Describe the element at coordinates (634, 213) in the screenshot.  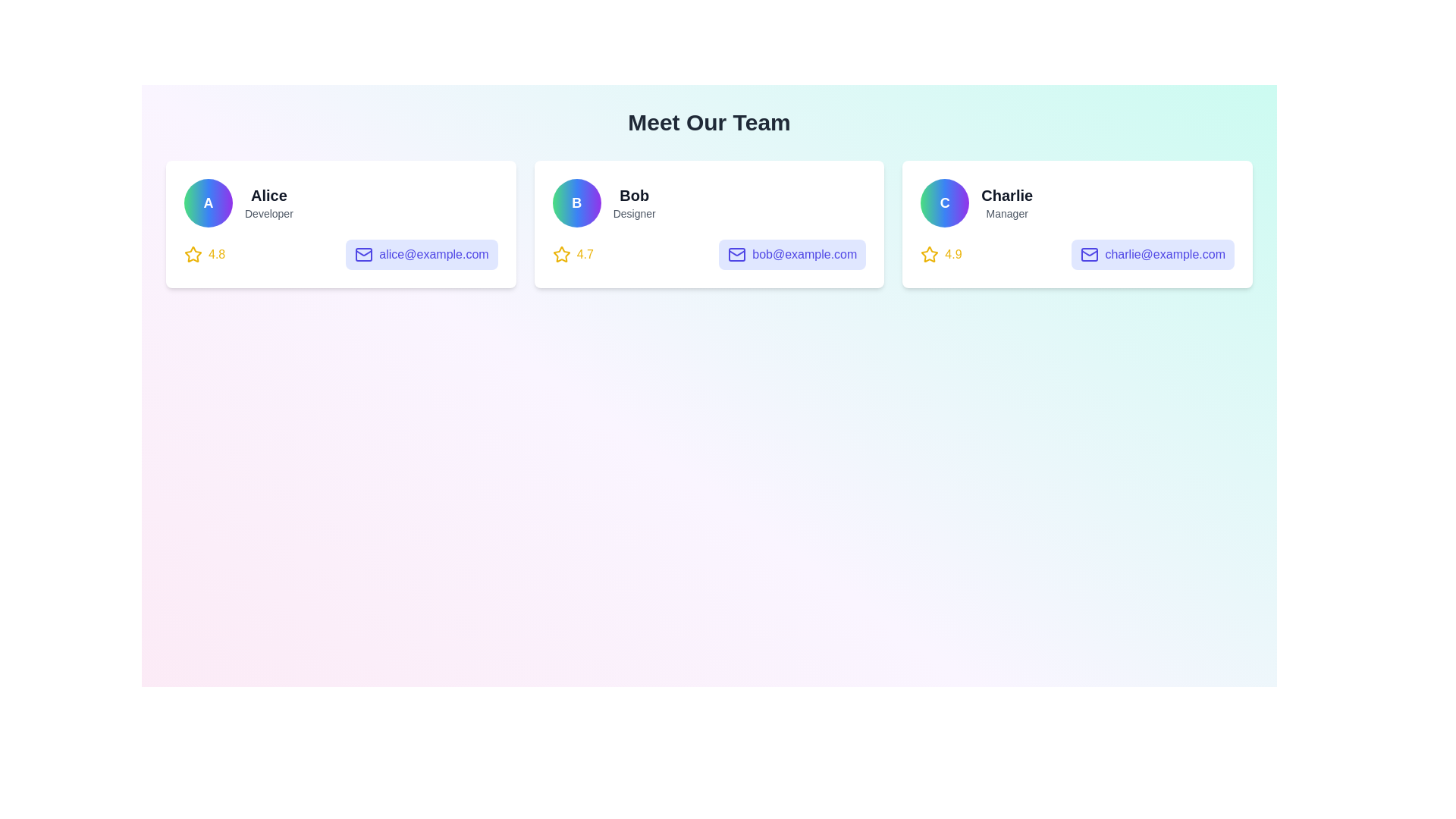
I see `the text label 'Designer' that indicates the role of the person named 'Bob' in the 'Meet Our Team' section` at that location.